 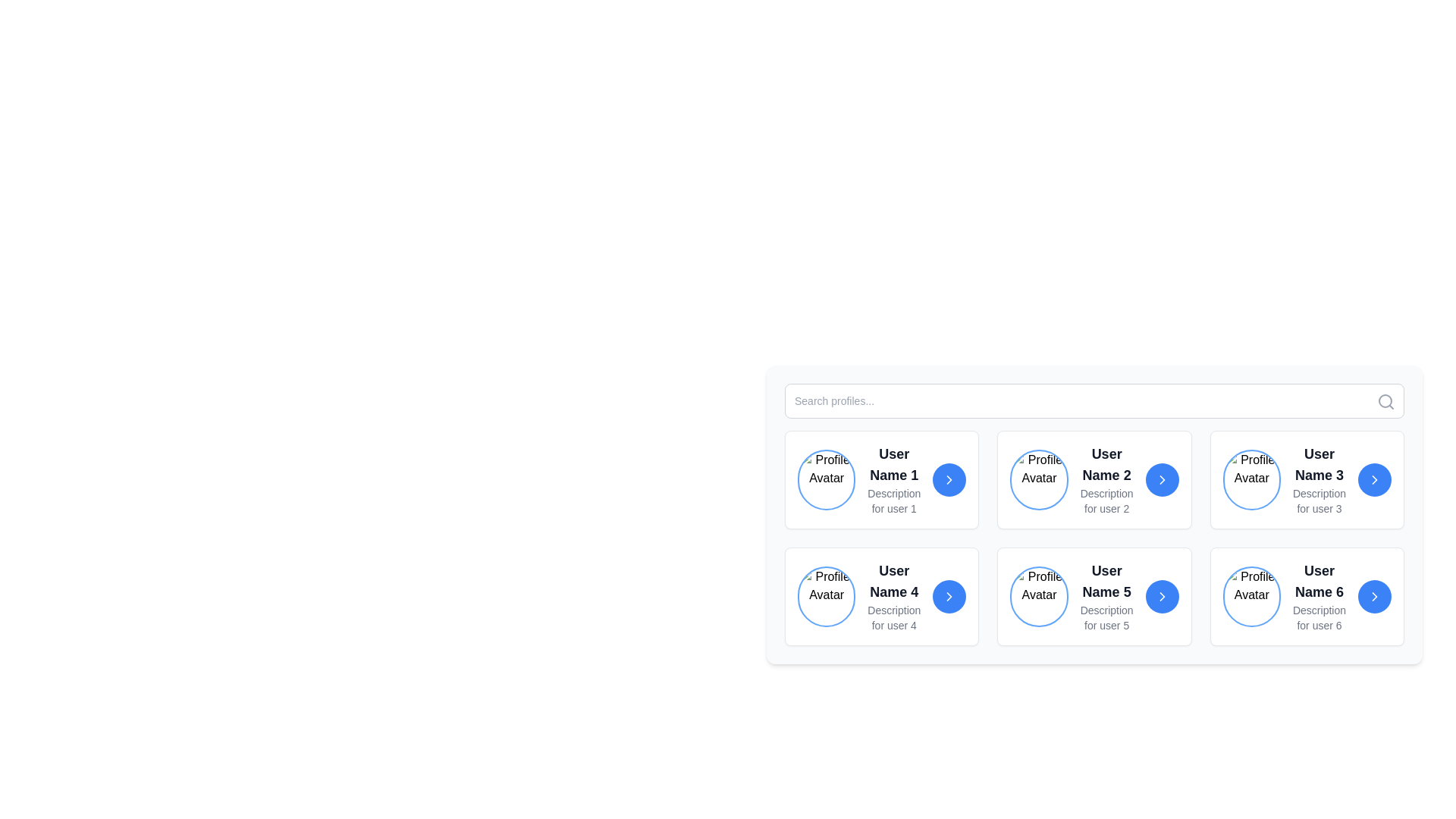 I want to click on the user name text label in the user profile card, which is located in the second row and second column of a 3x2 grid layout, directly above the description 'Description for user 5', so click(x=1106, y=581).